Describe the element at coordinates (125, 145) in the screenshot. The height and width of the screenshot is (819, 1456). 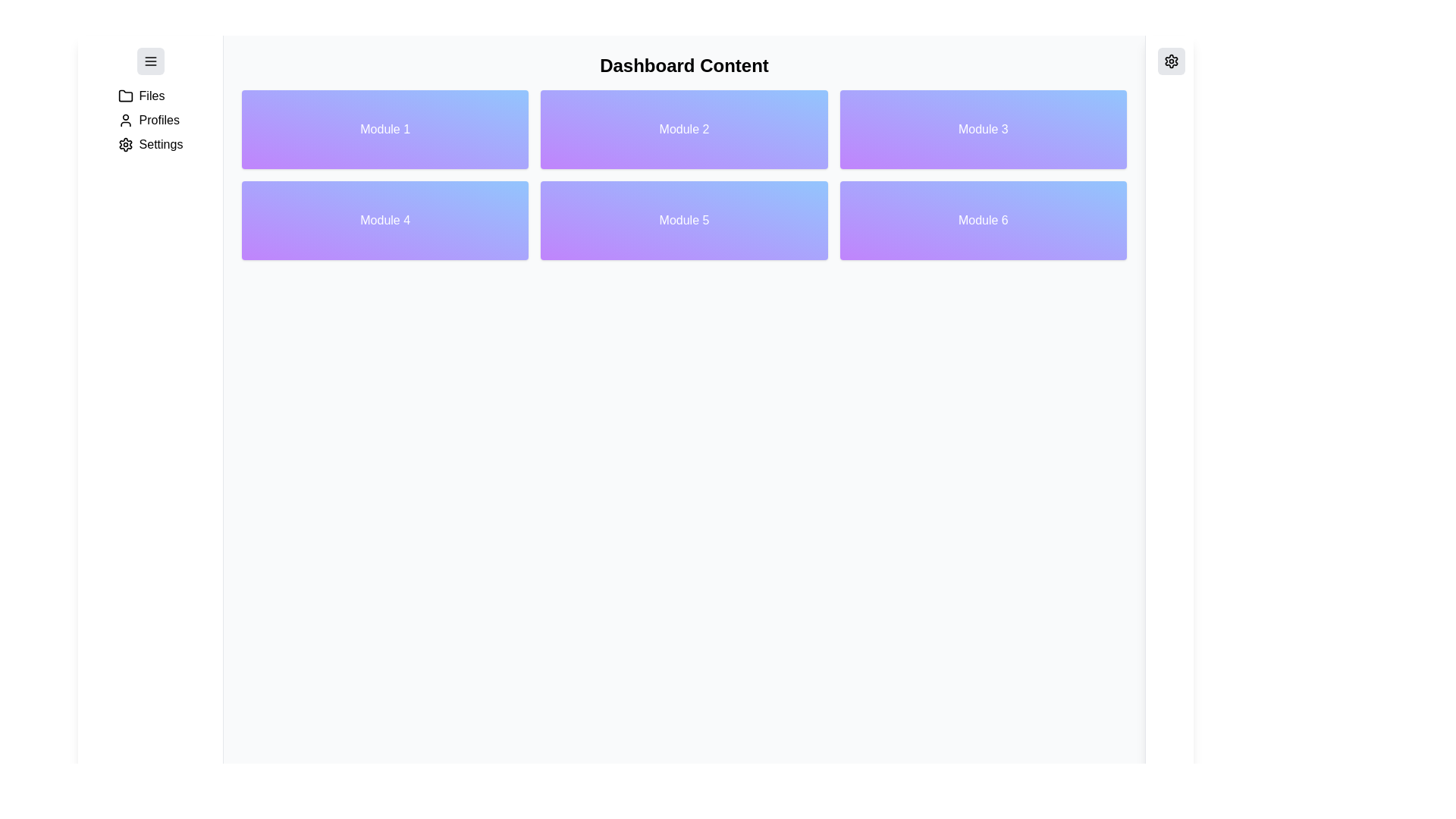
I see `the gear/settings icon located in the vertical navigation menu, positioned between the 'Profiles' icon and the 'Settings' label` at that location.